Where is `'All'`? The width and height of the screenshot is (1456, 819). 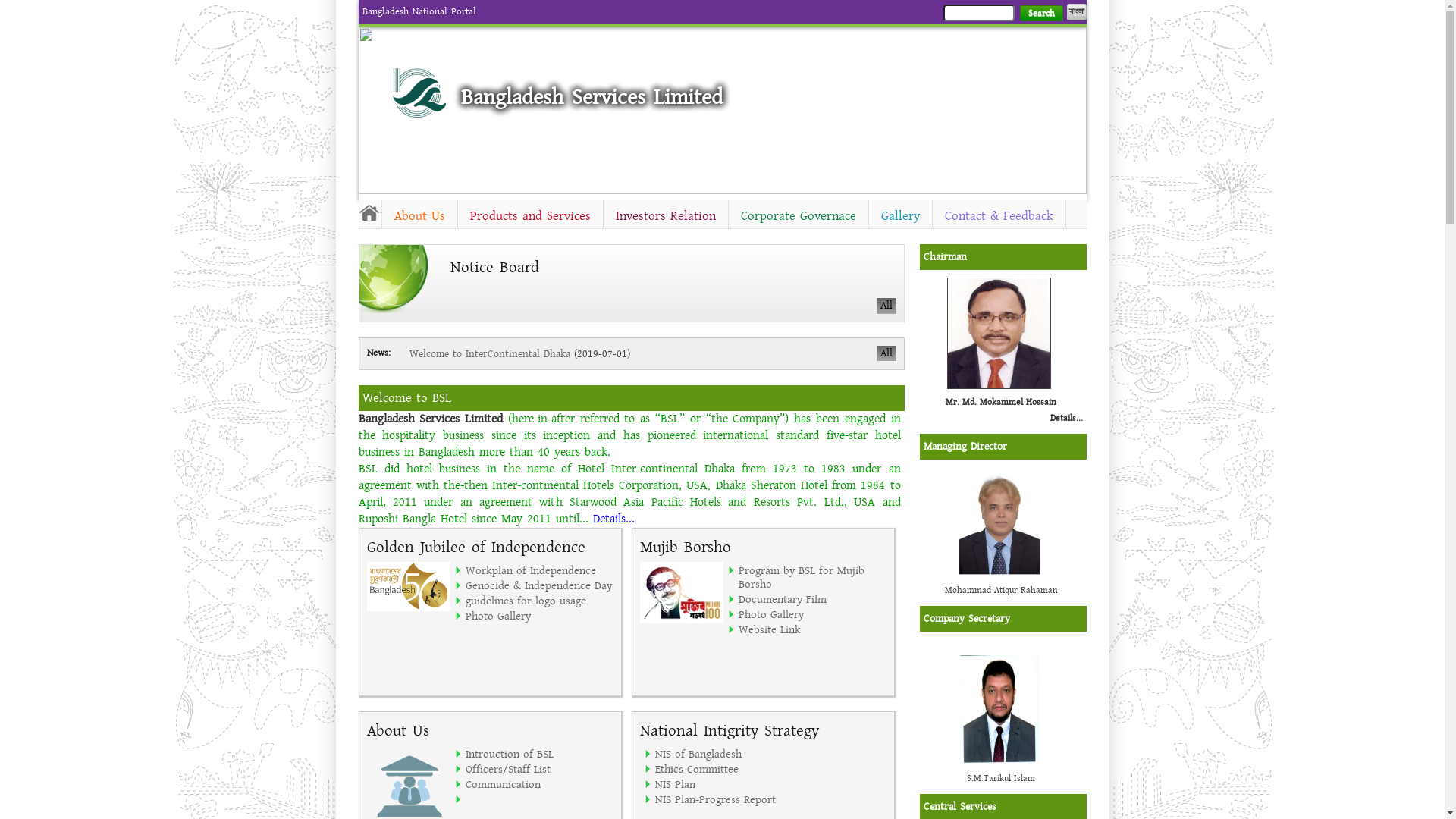
'All' is located at coordinates (886, 306).